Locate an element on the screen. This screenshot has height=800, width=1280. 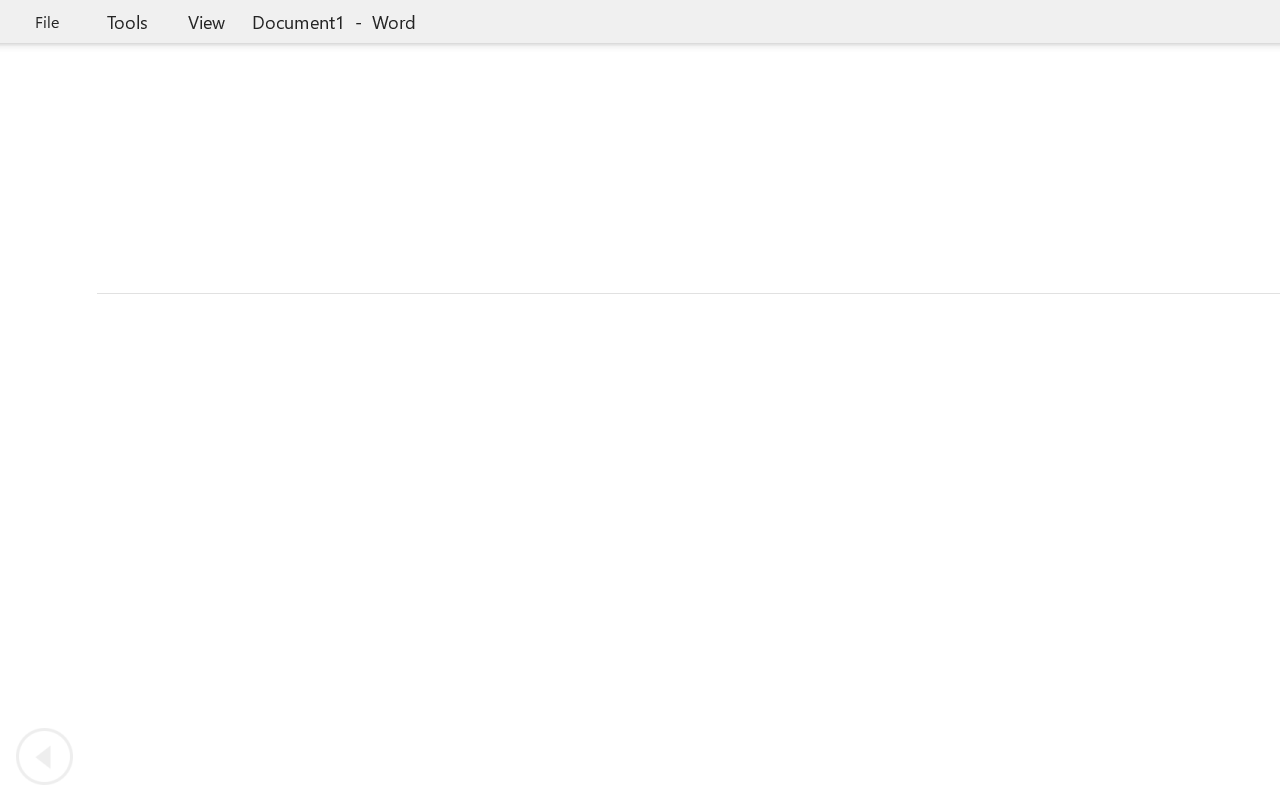
'Tools' is located at coordinates (126, 21).